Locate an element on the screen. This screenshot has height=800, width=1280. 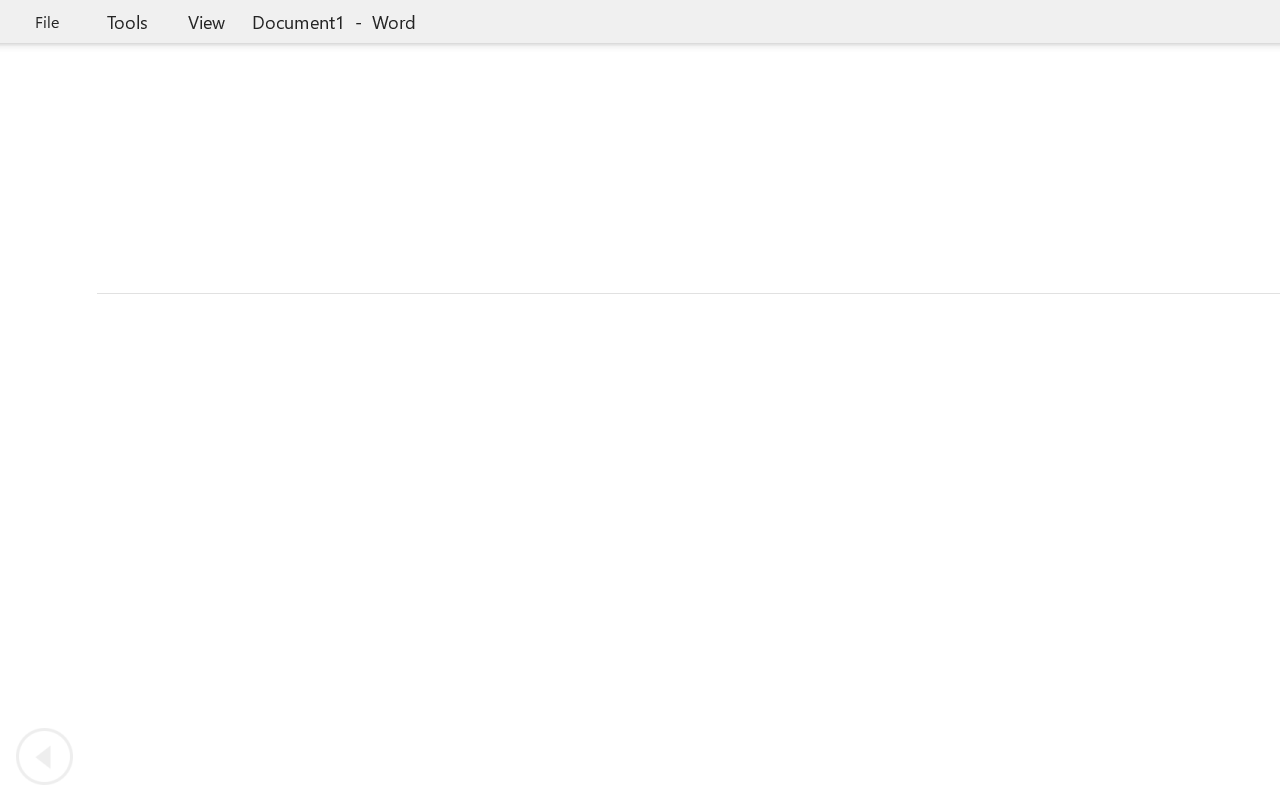
'Tools' is located at coordinates (126, 21).